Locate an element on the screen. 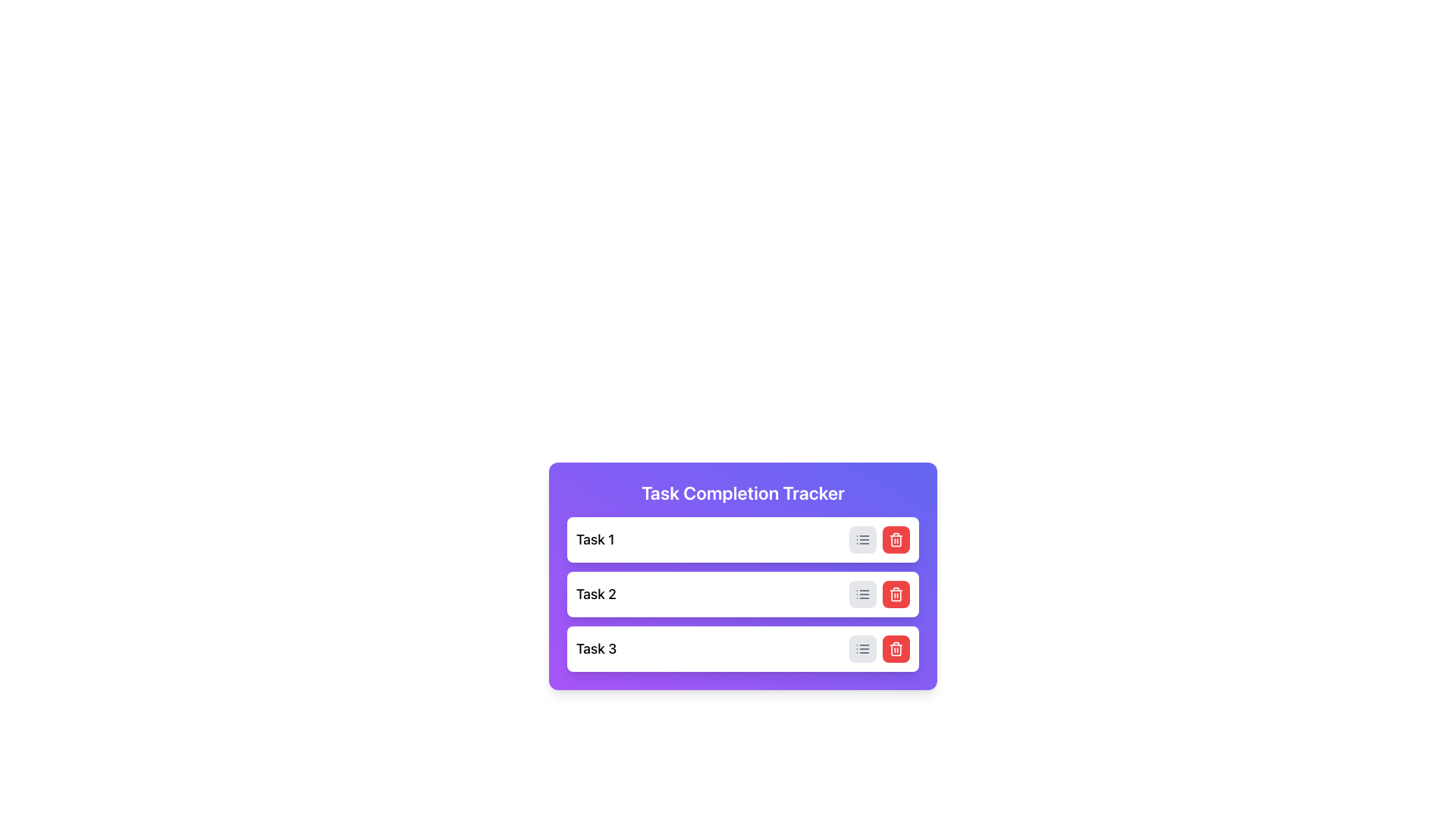 This screenshot has height=819, width=1456. the trash icon button, which is a red circular button with a white bin symbol, located at the far right end of the second row in the 'Task Completion Tracker' section, adjacent to 'Task 2' is located at coordinates (896, 539).